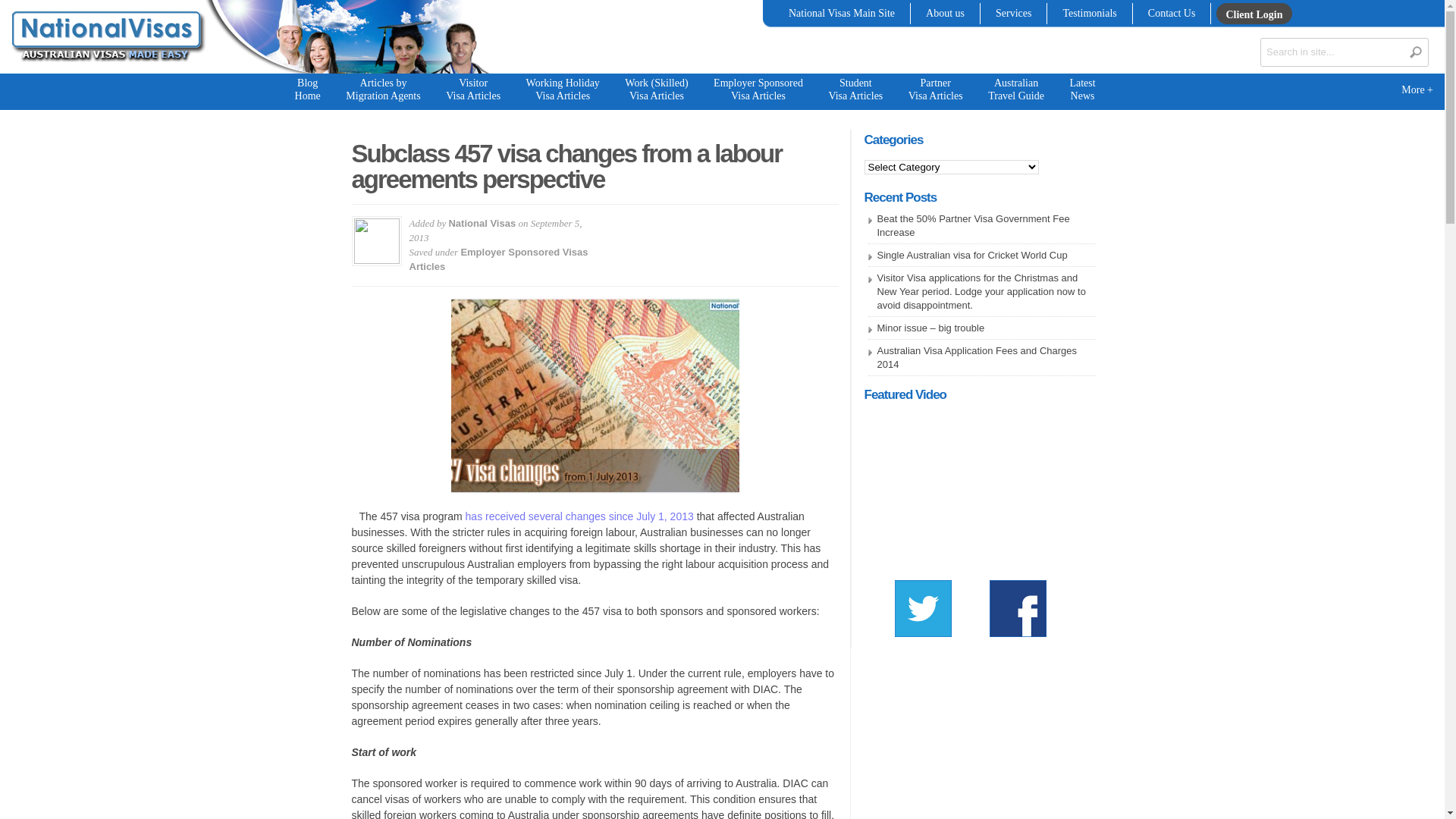 The width and height of the screenshot is (1456, 819). I want to click on 'Australia Visa Immigration Information', so click(105, 36).